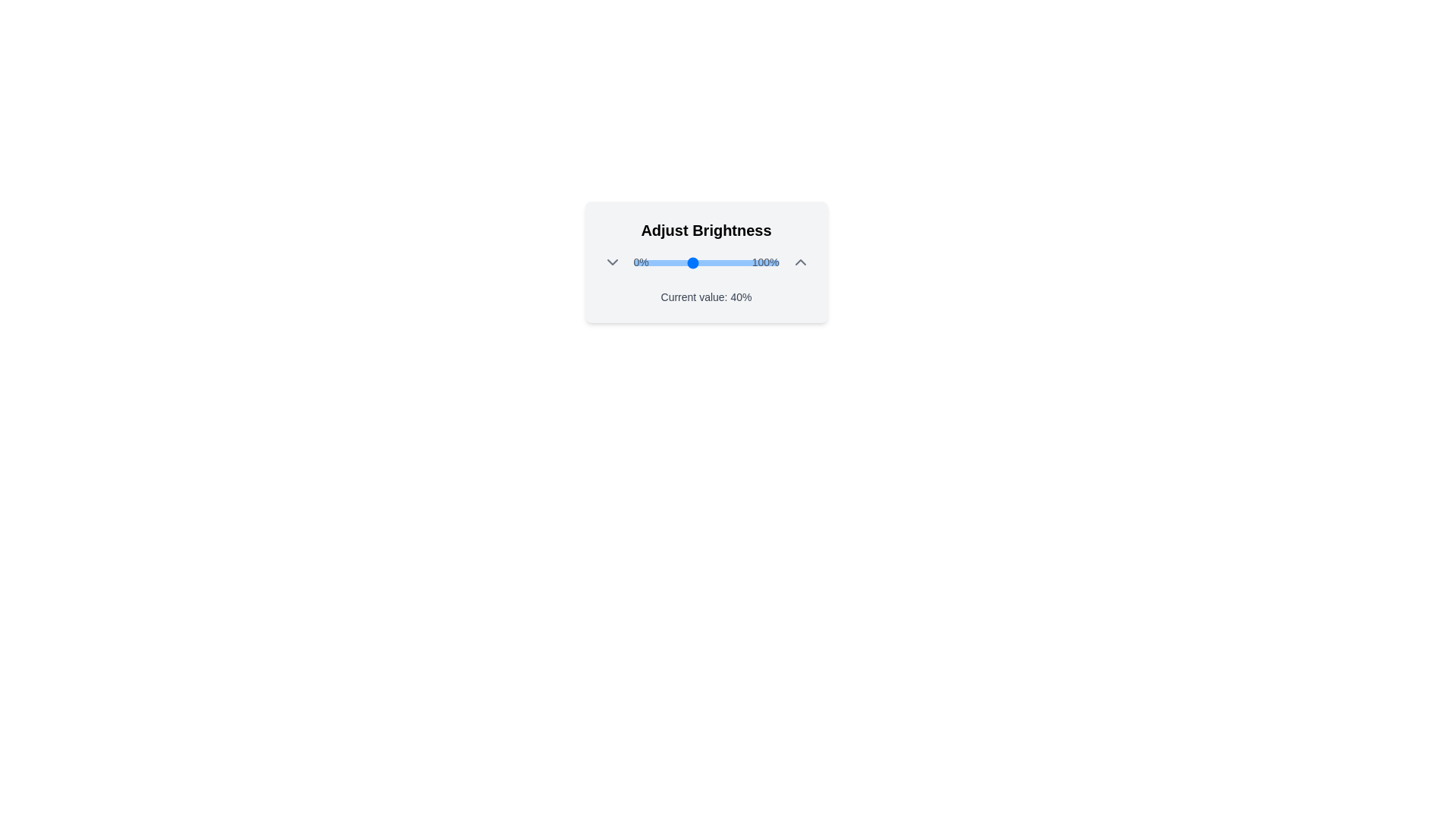  What do you see at coordinates (641, 262) in the screenshot?
I see `the text label indicating the minimum value ('0%') of the slider, located at the leftmost side of the slider component` at bounding box center [641, 262].